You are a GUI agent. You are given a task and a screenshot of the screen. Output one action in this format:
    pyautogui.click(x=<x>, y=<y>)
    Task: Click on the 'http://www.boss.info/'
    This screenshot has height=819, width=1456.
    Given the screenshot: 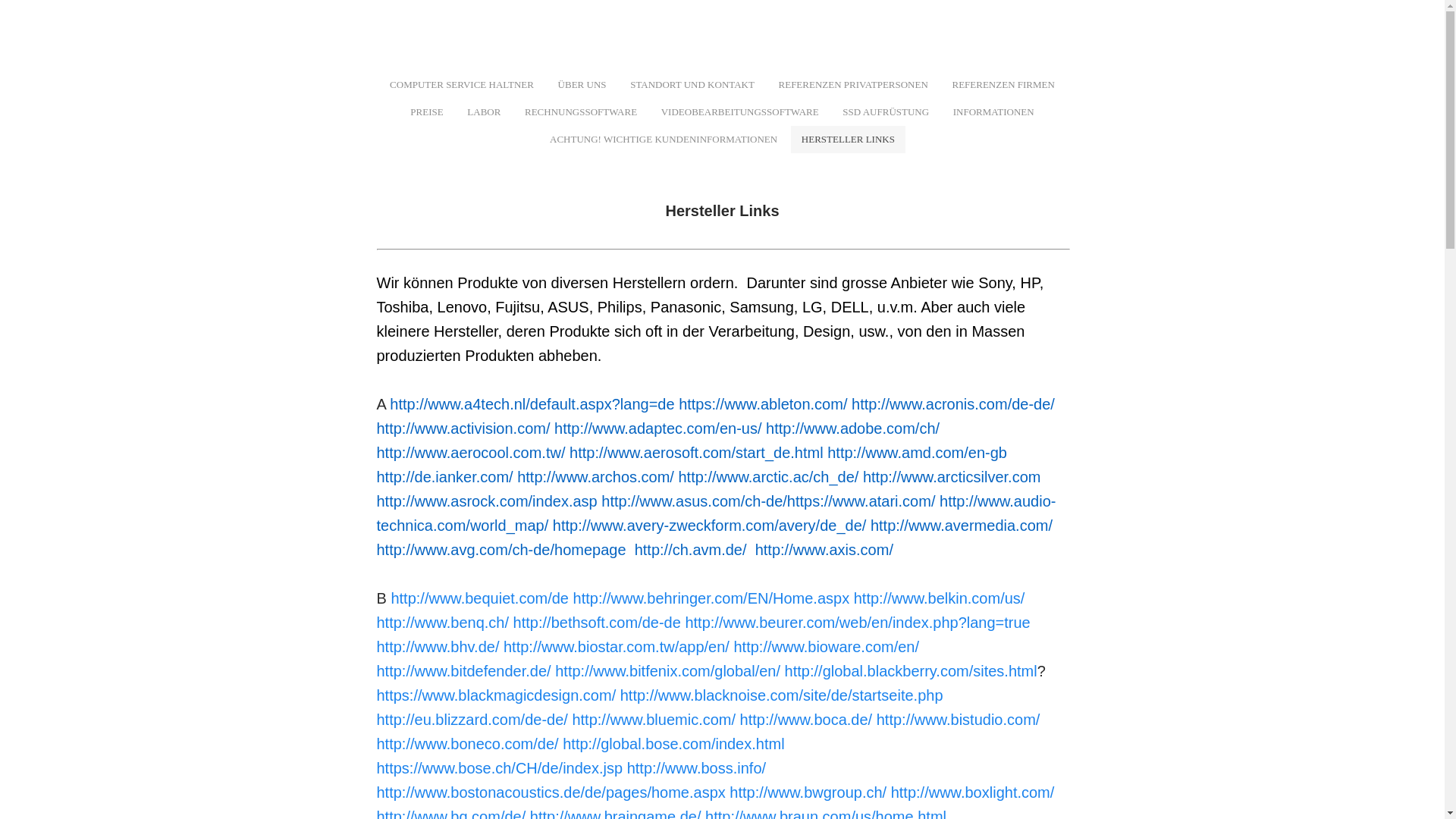 What is the action you would take?
    pyautogui.click(x=695, y=768)
    